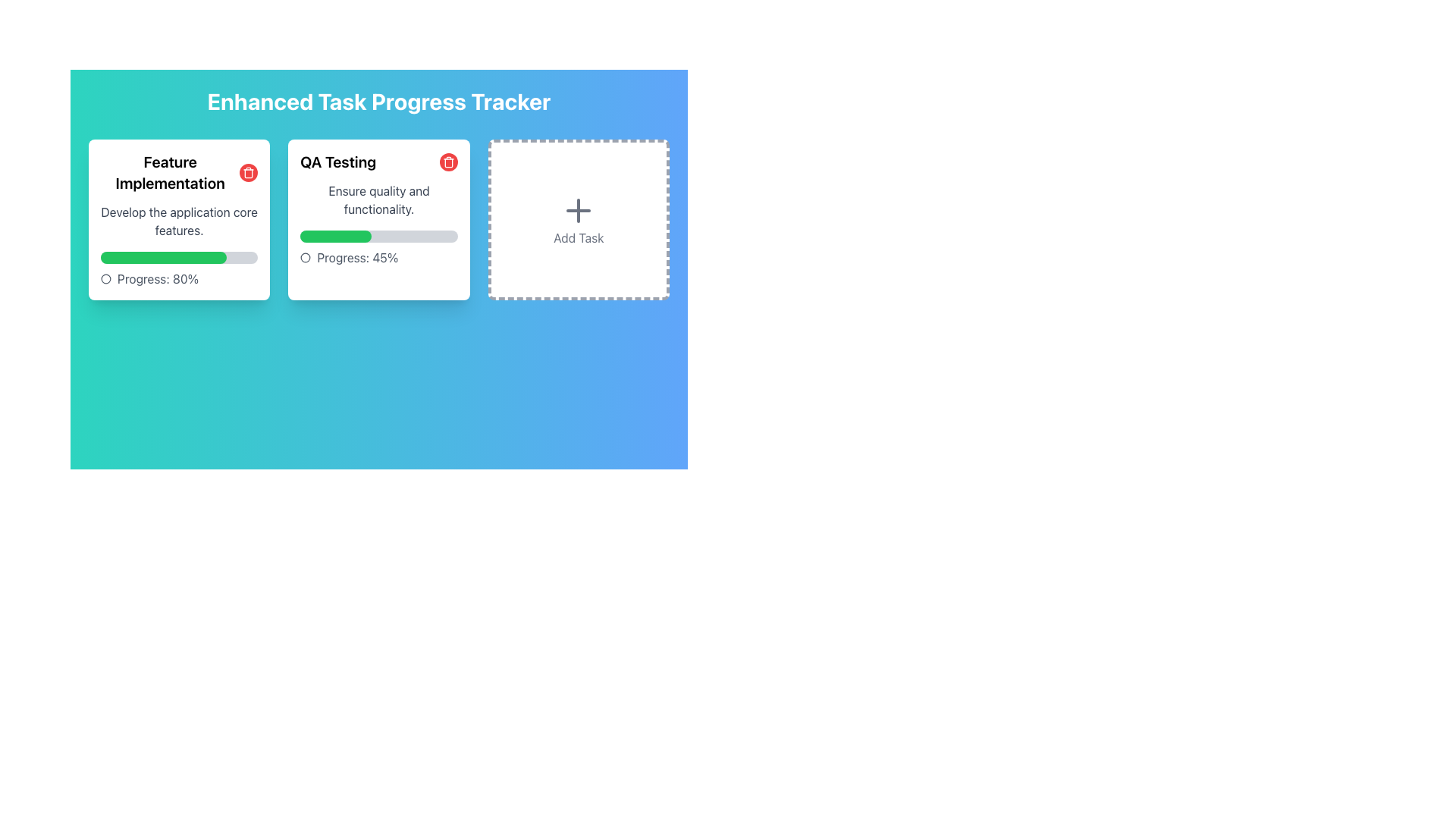 The image size is (1456, 819). I want to click on the Progress Indicator element within the 'Feature Implementation' card that visually indicates an 80% progress level, so click(164, 256).